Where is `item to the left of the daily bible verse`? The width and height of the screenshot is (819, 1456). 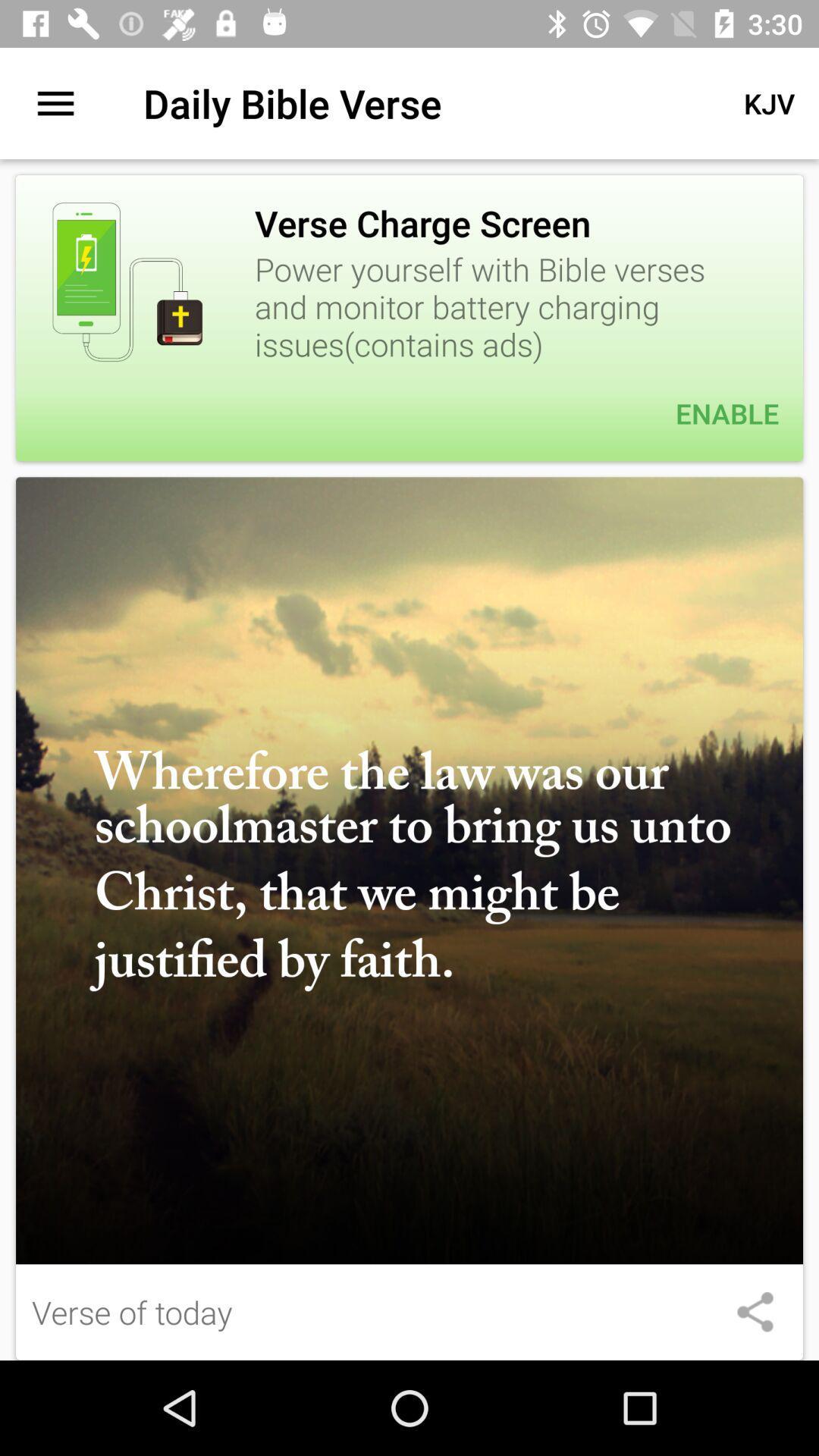
item to the left of the daily bible verse is located at coordinates (55, 102).